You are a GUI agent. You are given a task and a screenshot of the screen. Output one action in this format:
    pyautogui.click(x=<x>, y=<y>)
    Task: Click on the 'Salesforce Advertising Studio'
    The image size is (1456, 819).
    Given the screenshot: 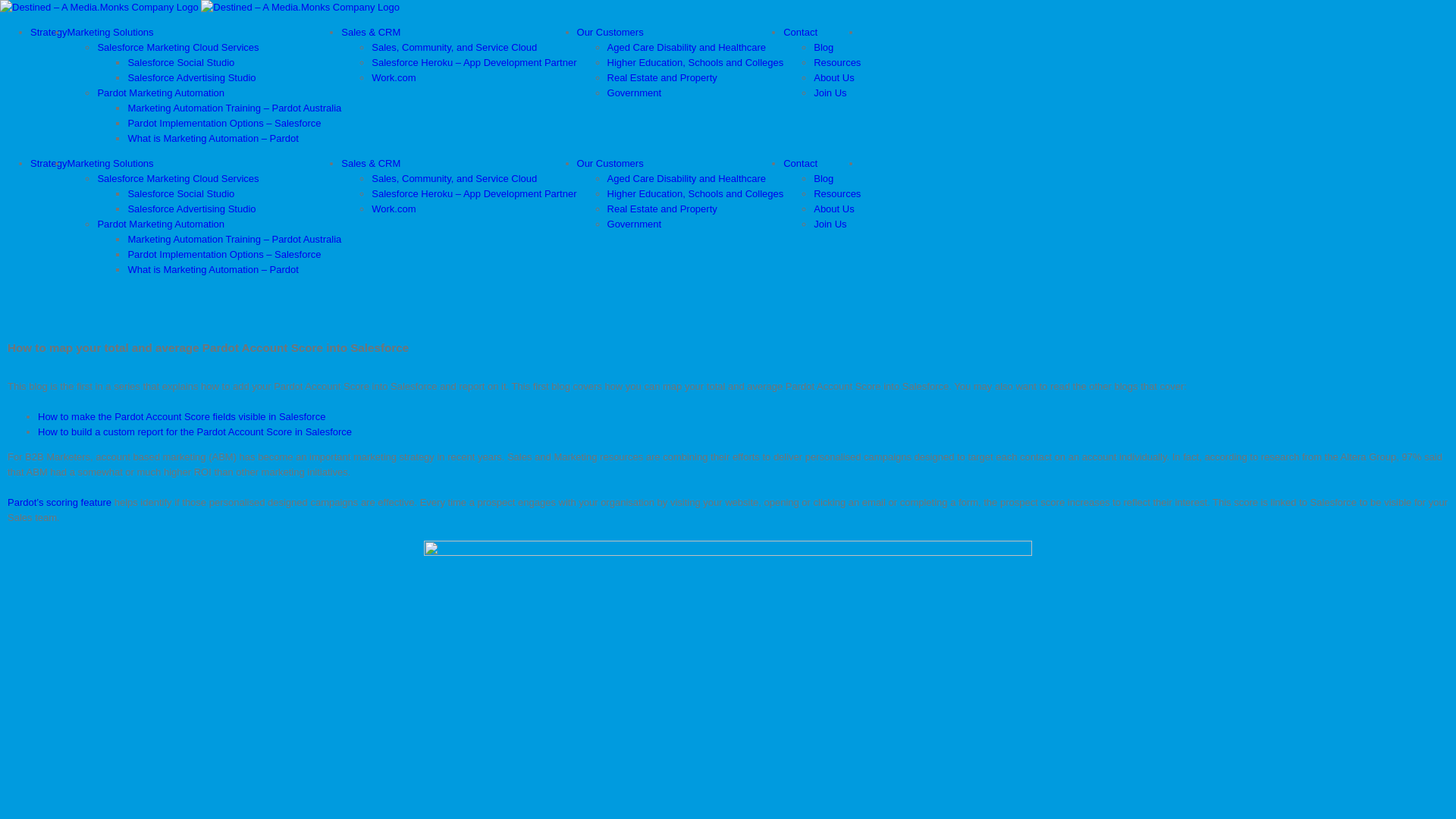 What is the action you would take?
    pyautogui.click(x=127, y=77)
    